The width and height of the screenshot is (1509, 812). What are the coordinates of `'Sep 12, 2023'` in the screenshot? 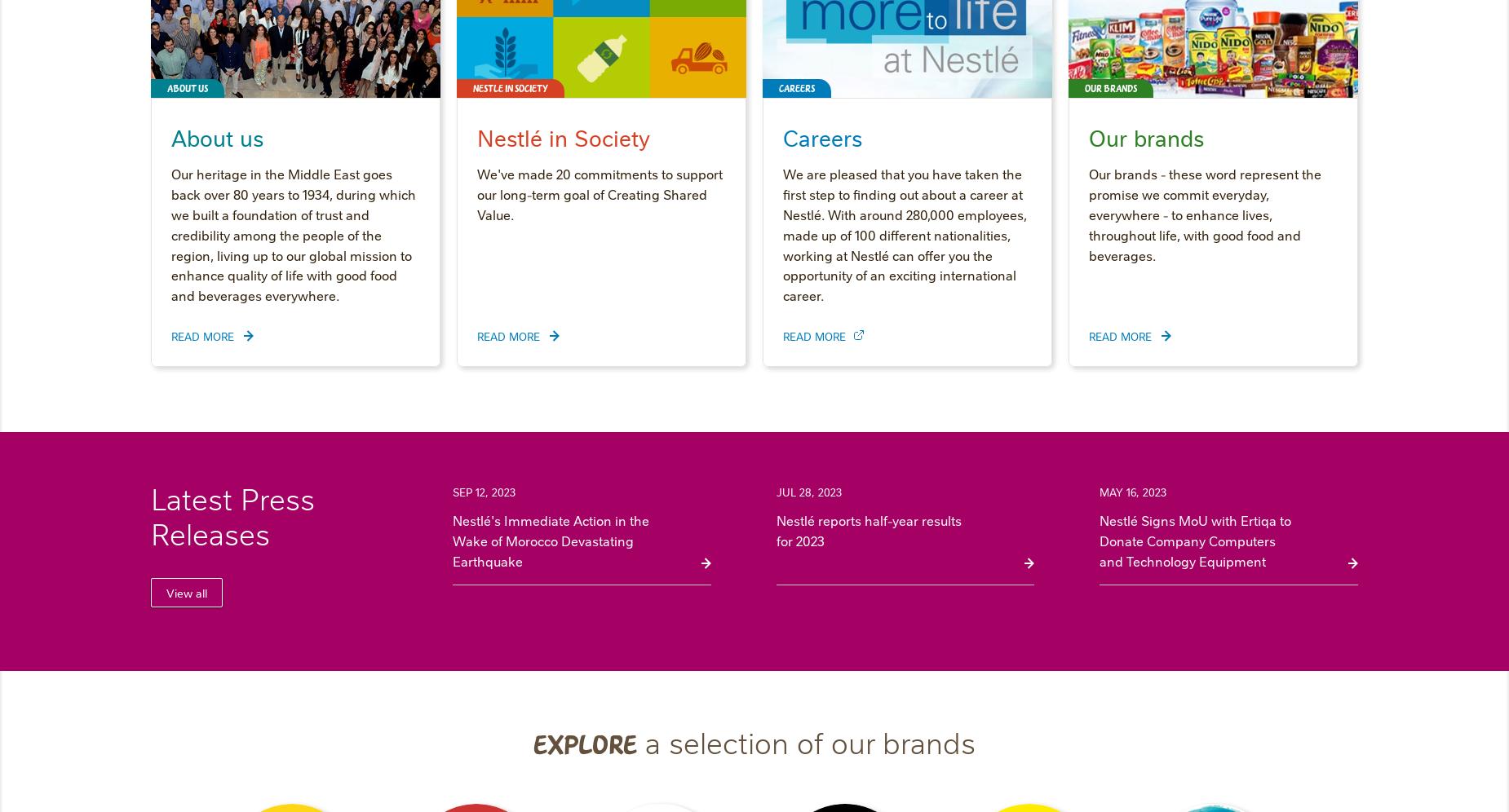 It's located at (453, 490).